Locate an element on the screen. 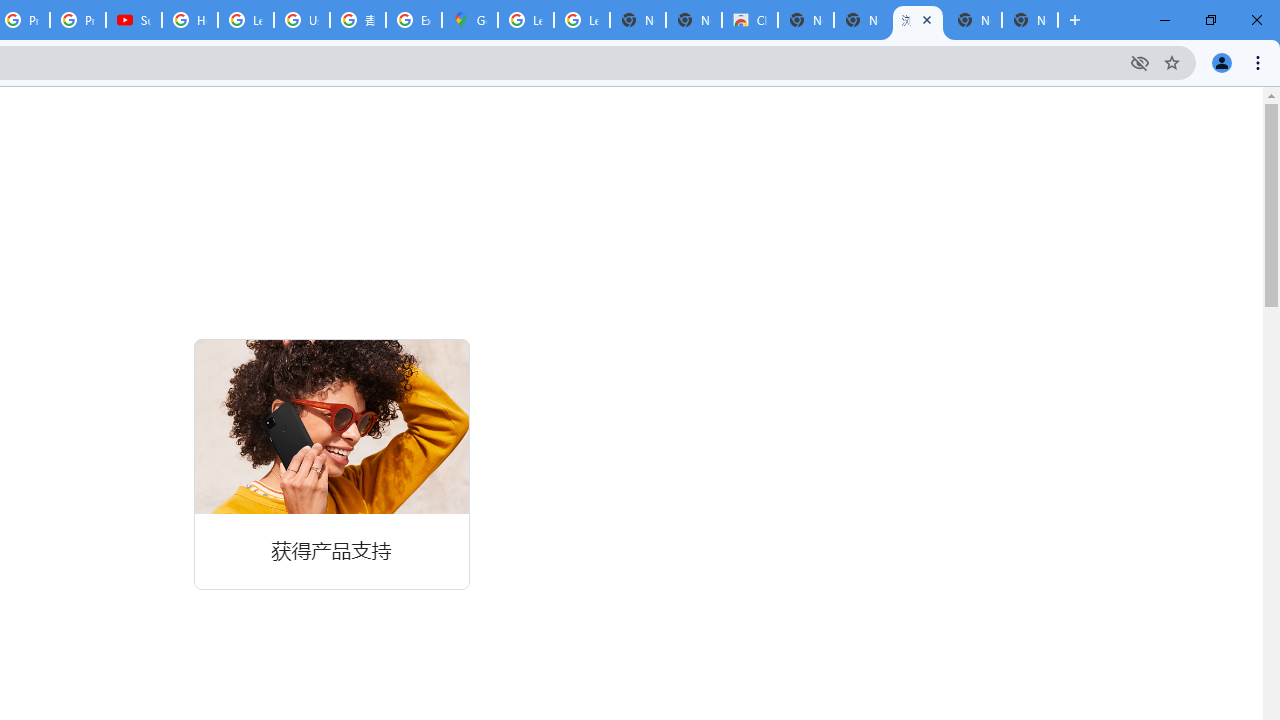  'Chrome Web Store' is located at coordinates (749, 20).